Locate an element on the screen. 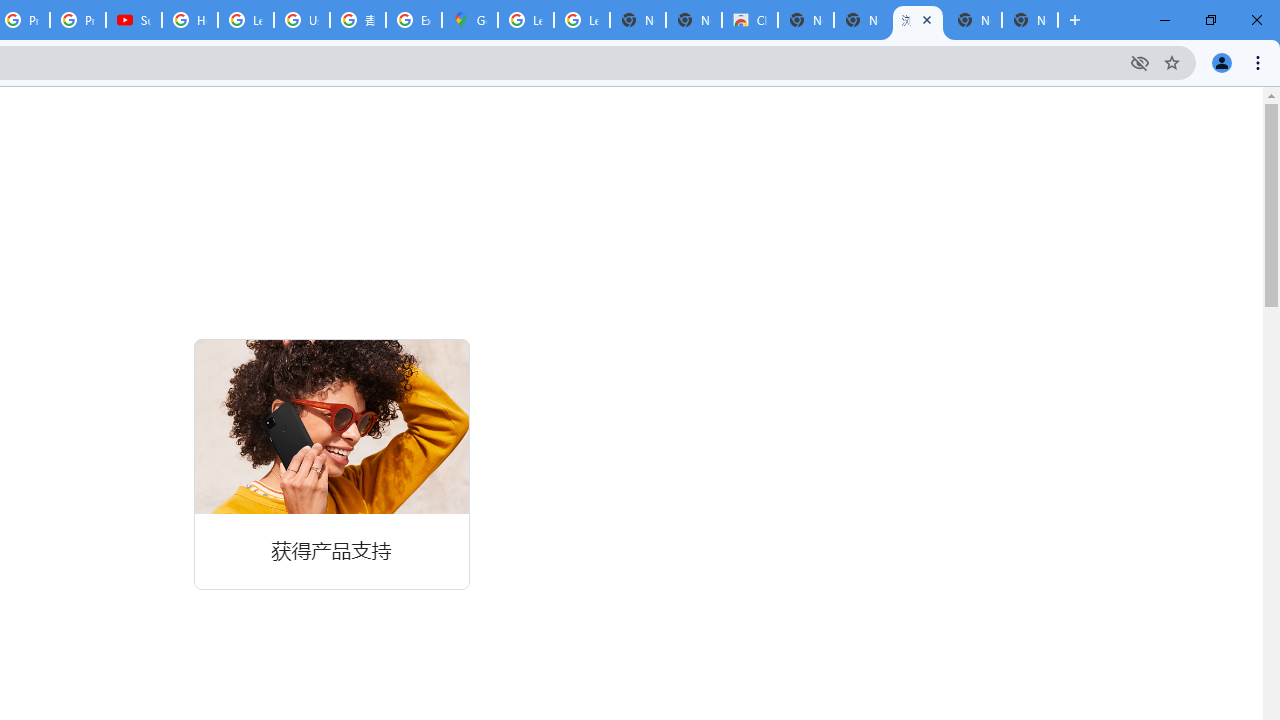  'Chrome Web Store' is located at coordinates (749, 20).